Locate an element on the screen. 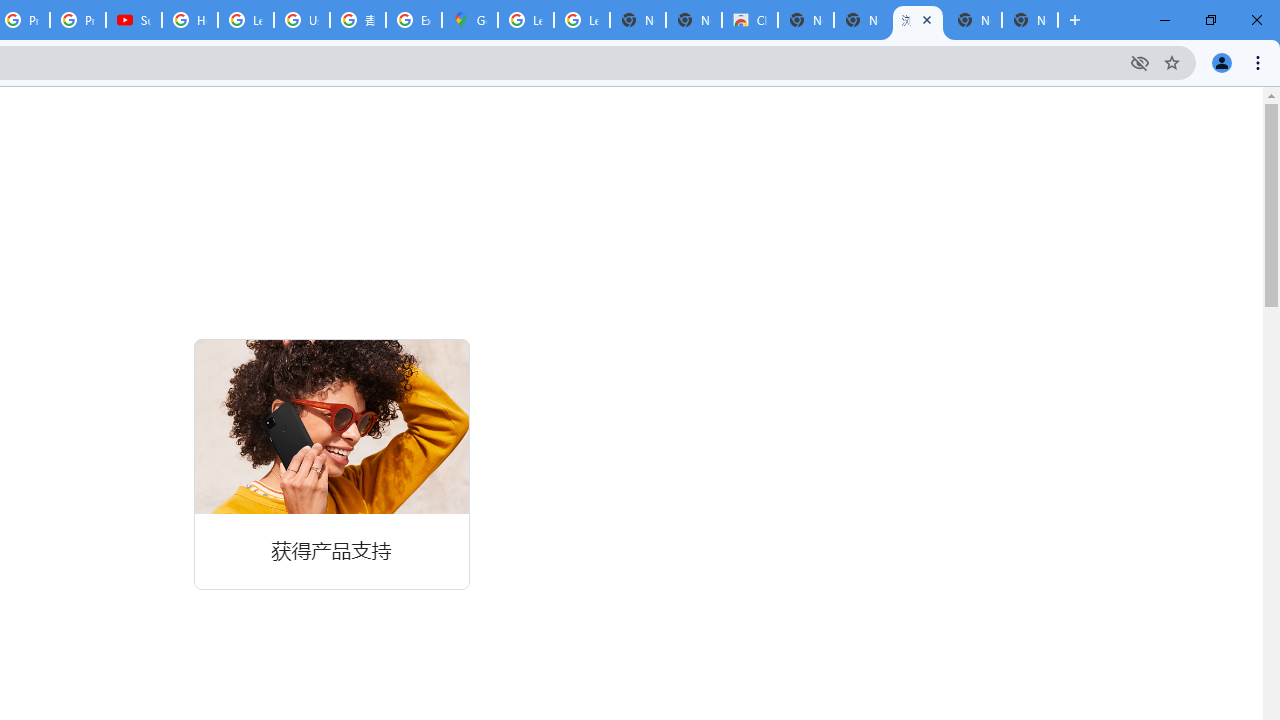  'Chrome Web Store' is located at coordinates (749, 20).